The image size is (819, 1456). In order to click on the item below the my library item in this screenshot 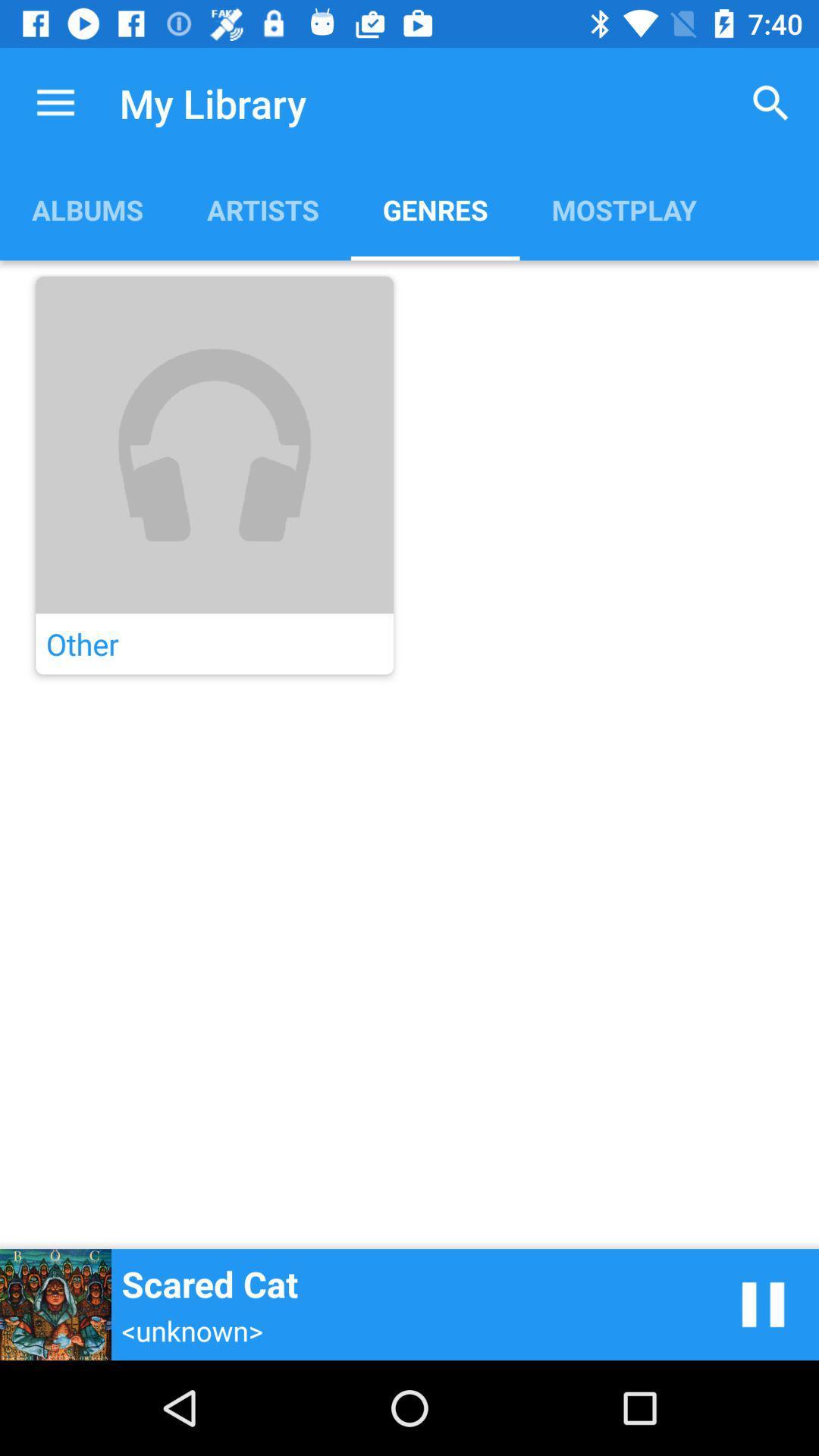, I will do `click(262, 209)`.